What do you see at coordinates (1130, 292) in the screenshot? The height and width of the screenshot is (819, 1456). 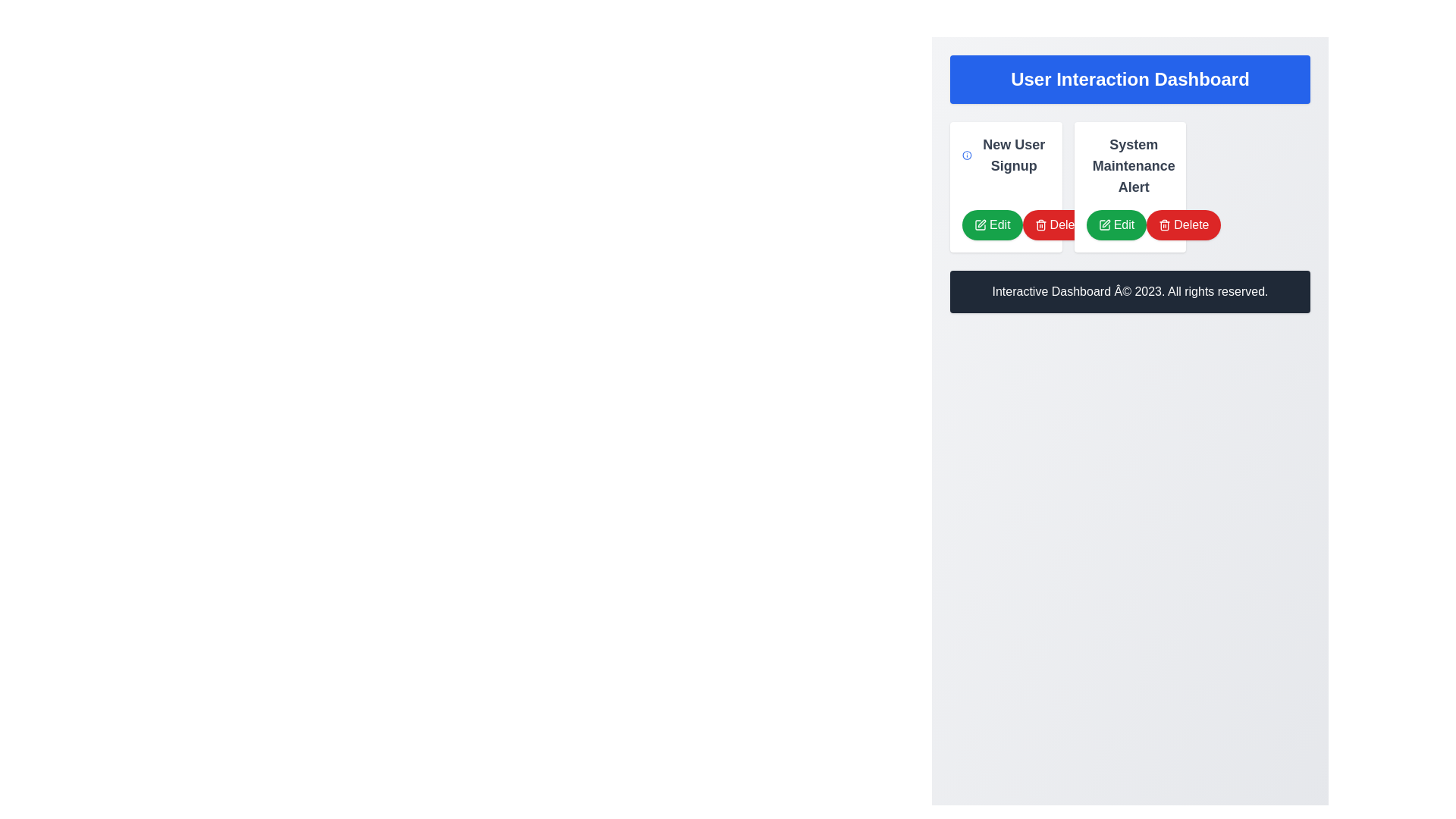 I see `copyright information text label located at the bottom of the interface, beneath the action cards 'New User Signup' and 'System Maintenance Alert'` at bounding box center [1130, 292].